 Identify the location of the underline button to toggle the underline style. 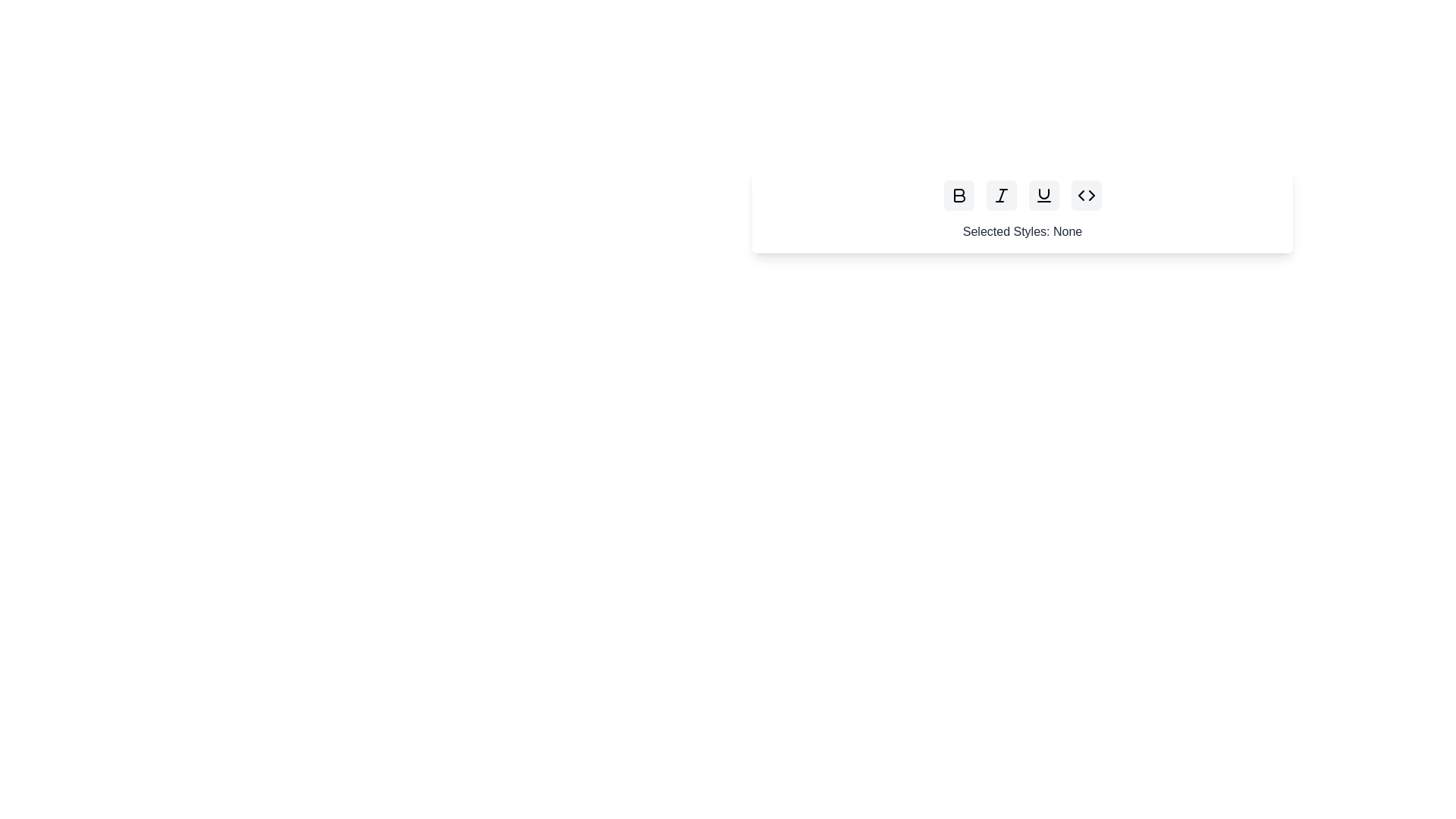
(1043, 195).